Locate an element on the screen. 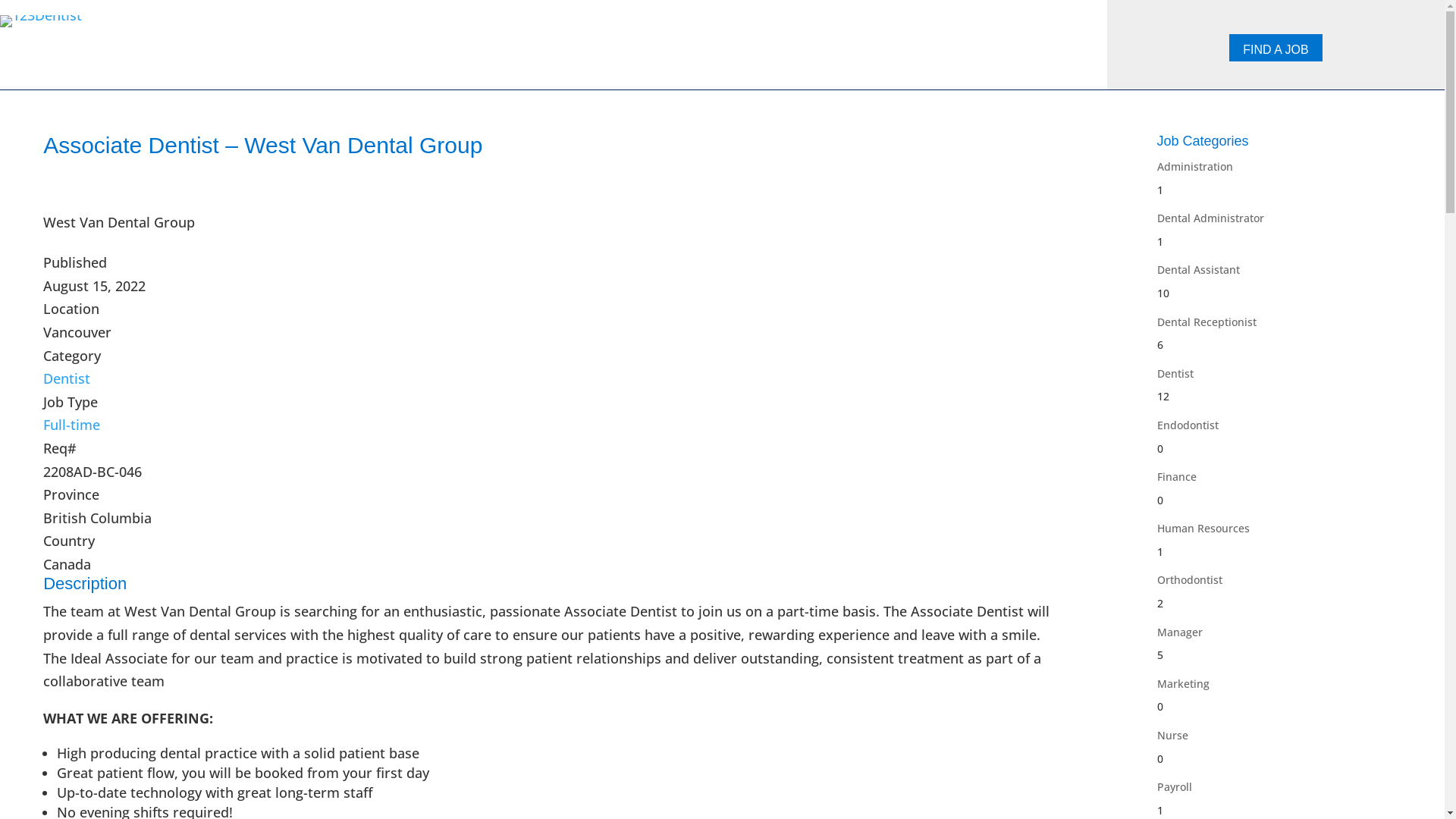 The width and height of the screenshot is (1456, 819). '123dentist-logo' is located at coordinates (40, 20).